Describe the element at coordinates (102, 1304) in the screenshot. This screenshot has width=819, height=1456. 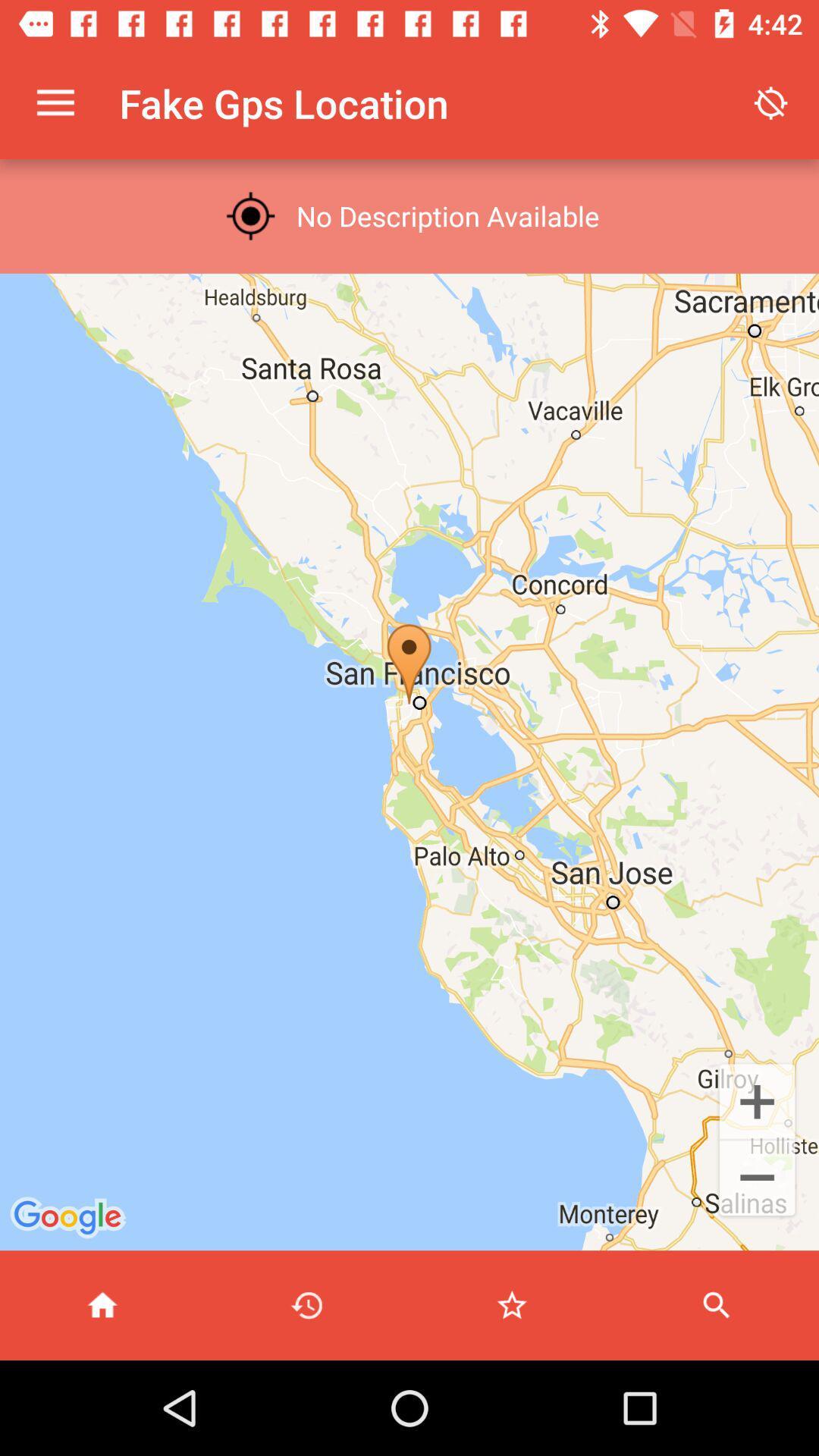
I see `go home` at that location.